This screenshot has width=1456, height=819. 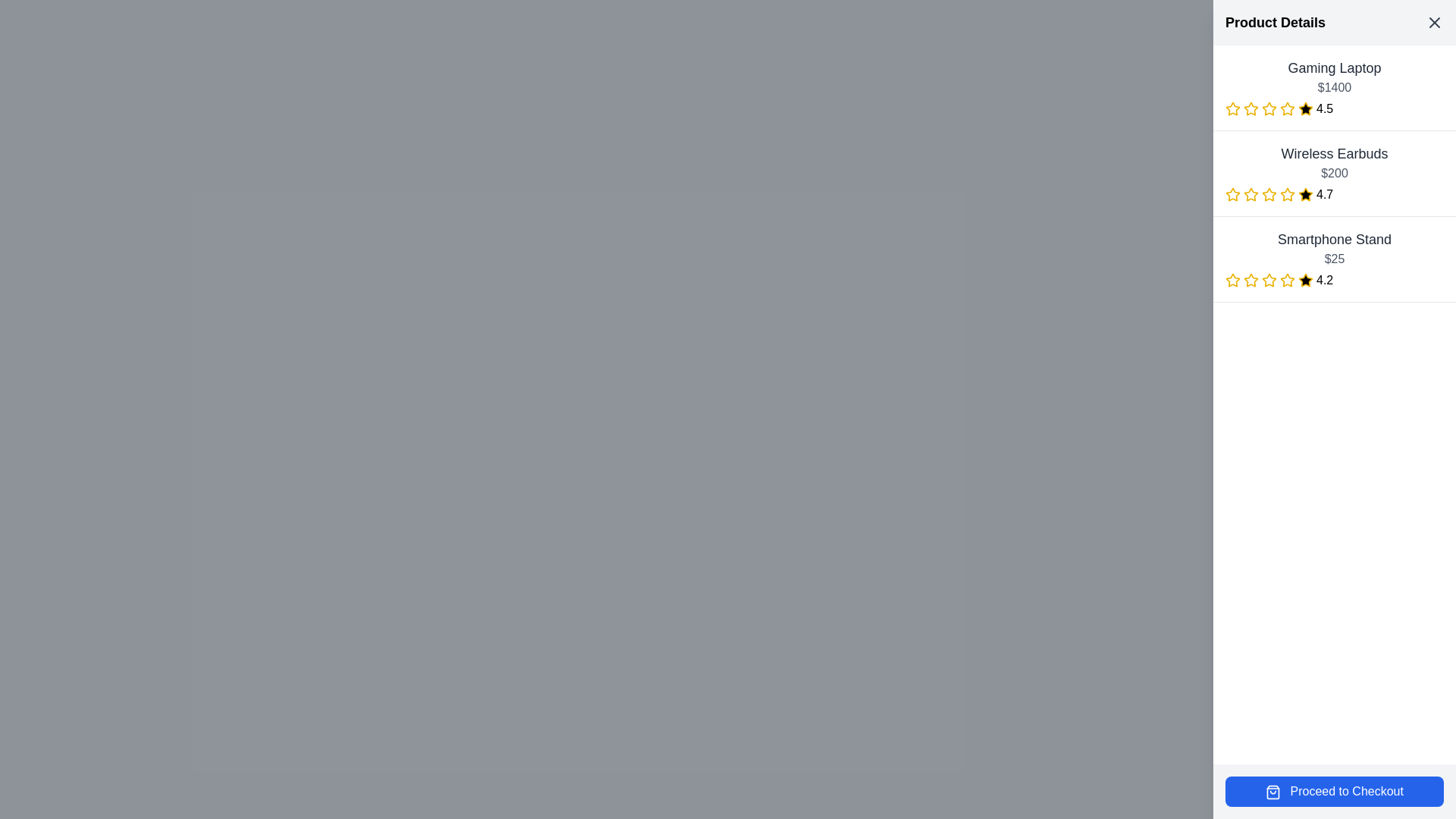 What do you see at coordinates (1305, 281) in the screenshot?
I see `the fifth rating star icon for the 'Smartphone Stand' product within the 'Product Details' panel, which is styled with a yellow fill and black interior` at bounding box center [1305, 281].